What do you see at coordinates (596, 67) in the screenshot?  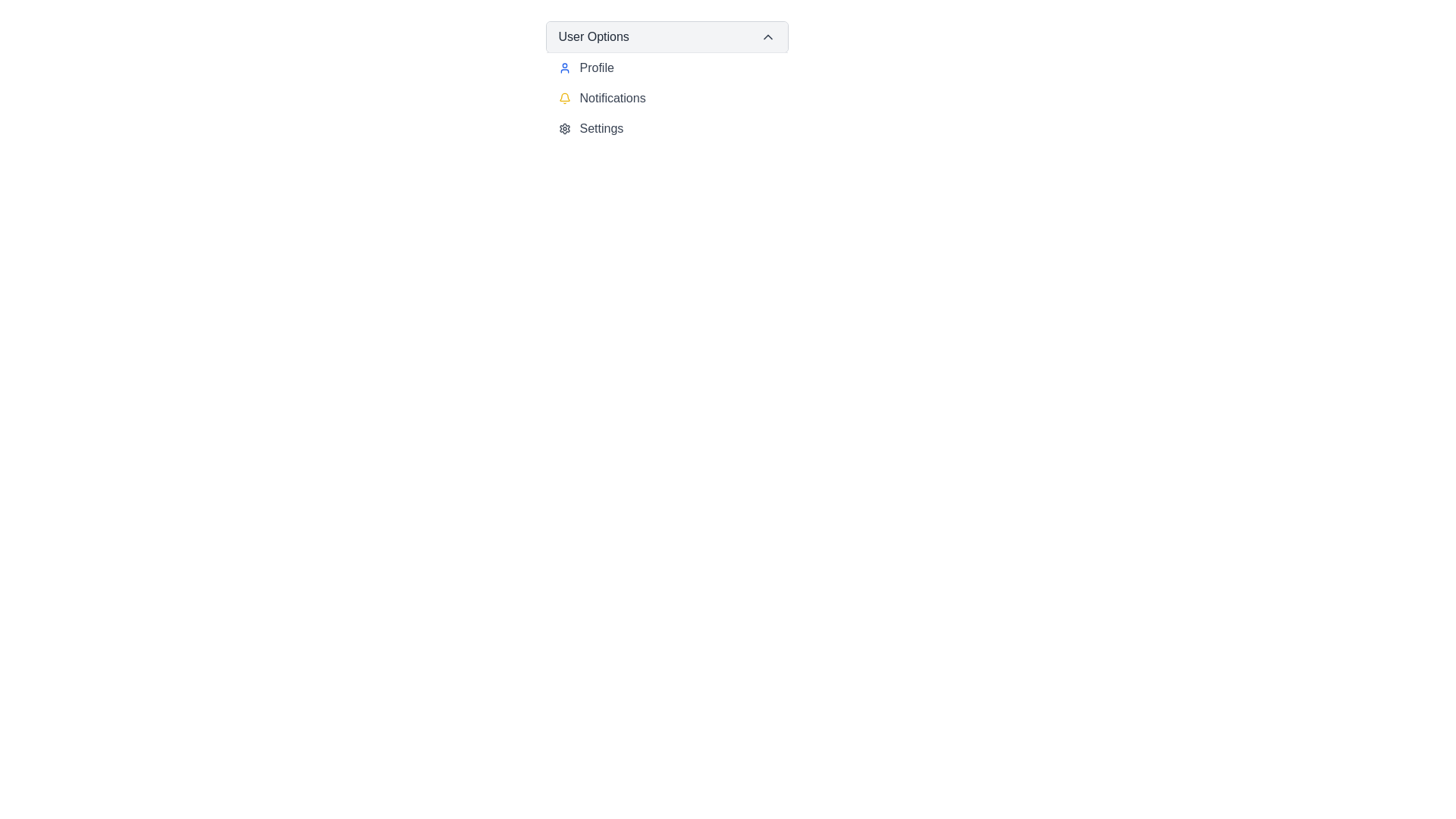 I see `text label that serves as a navigation link to the profile page, located within the 'User Options' dropdown menu` at bounding box center [596, 67].